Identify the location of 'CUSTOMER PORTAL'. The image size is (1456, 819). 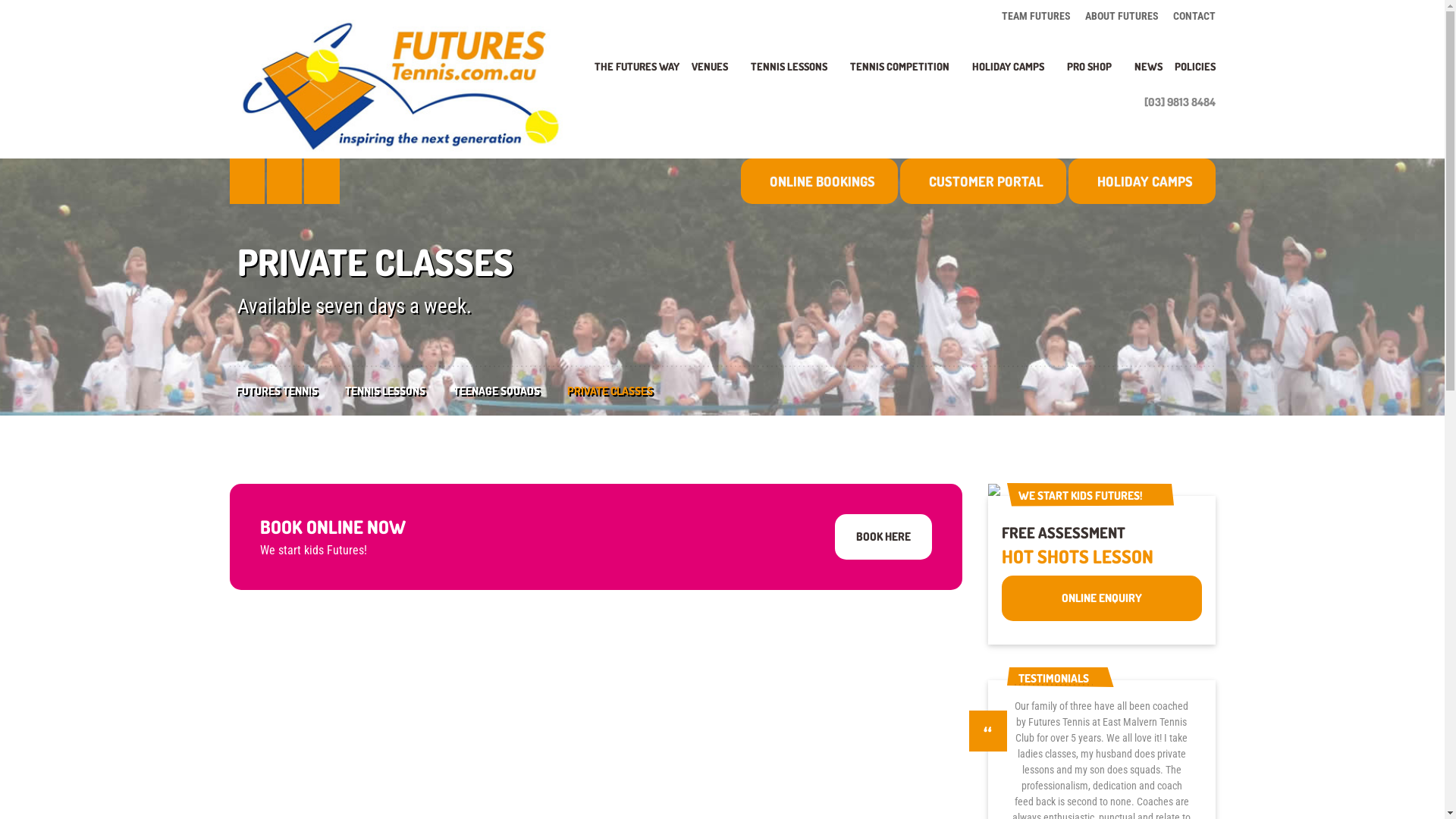
(983, 180).